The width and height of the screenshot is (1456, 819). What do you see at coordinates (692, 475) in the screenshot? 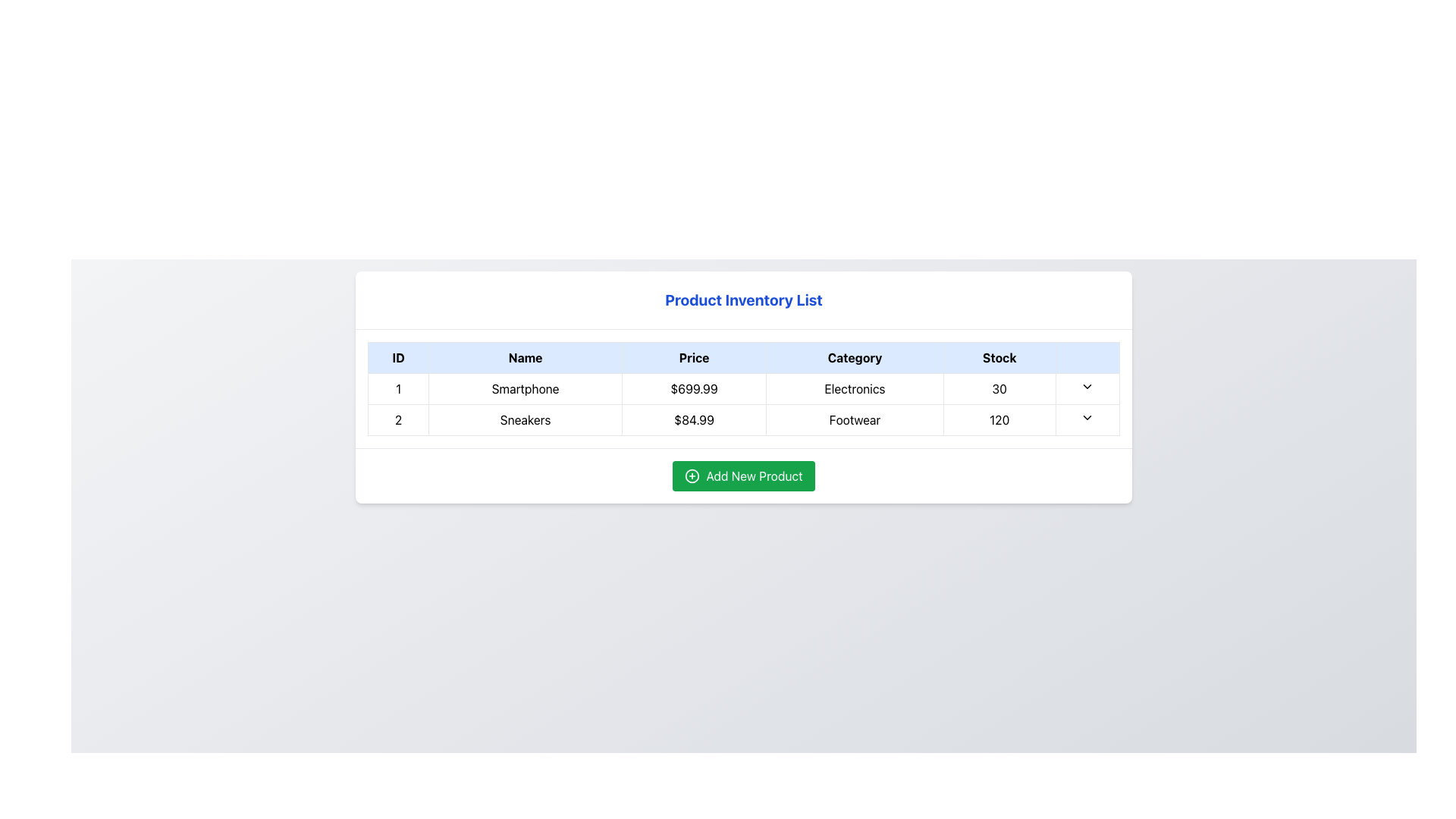
I see `the Circle (SVG) element that forms the outer circular part of the 'Add New Product' button, which is centrally placed within the green button beneath the data table` at bounding box center [692, 475].